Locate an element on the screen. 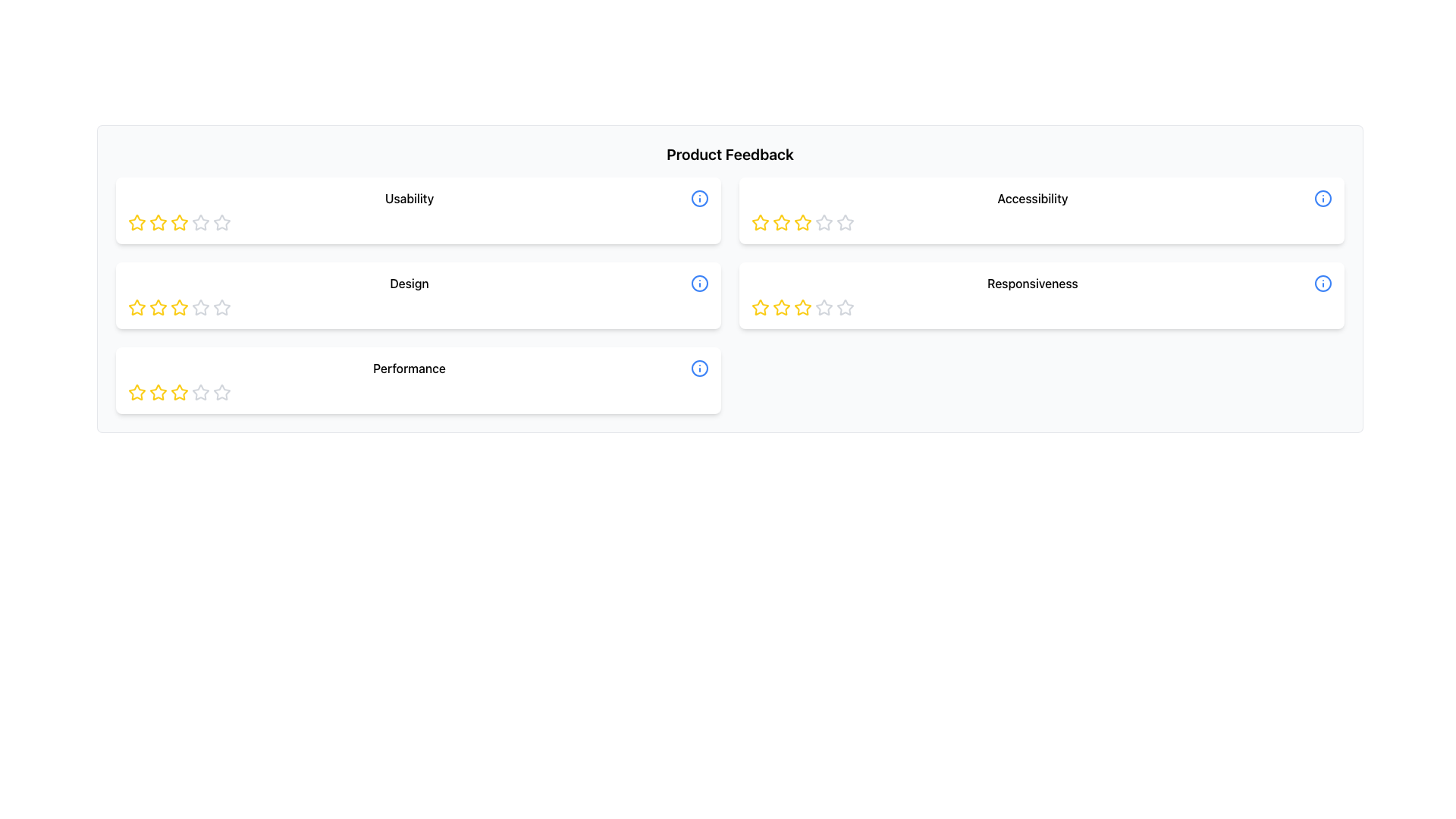 The height and width of the screenshot is (819, 1456). the second star icon representing a rating level in the 'Design' row for interaction is located at coordinates (137, 307).